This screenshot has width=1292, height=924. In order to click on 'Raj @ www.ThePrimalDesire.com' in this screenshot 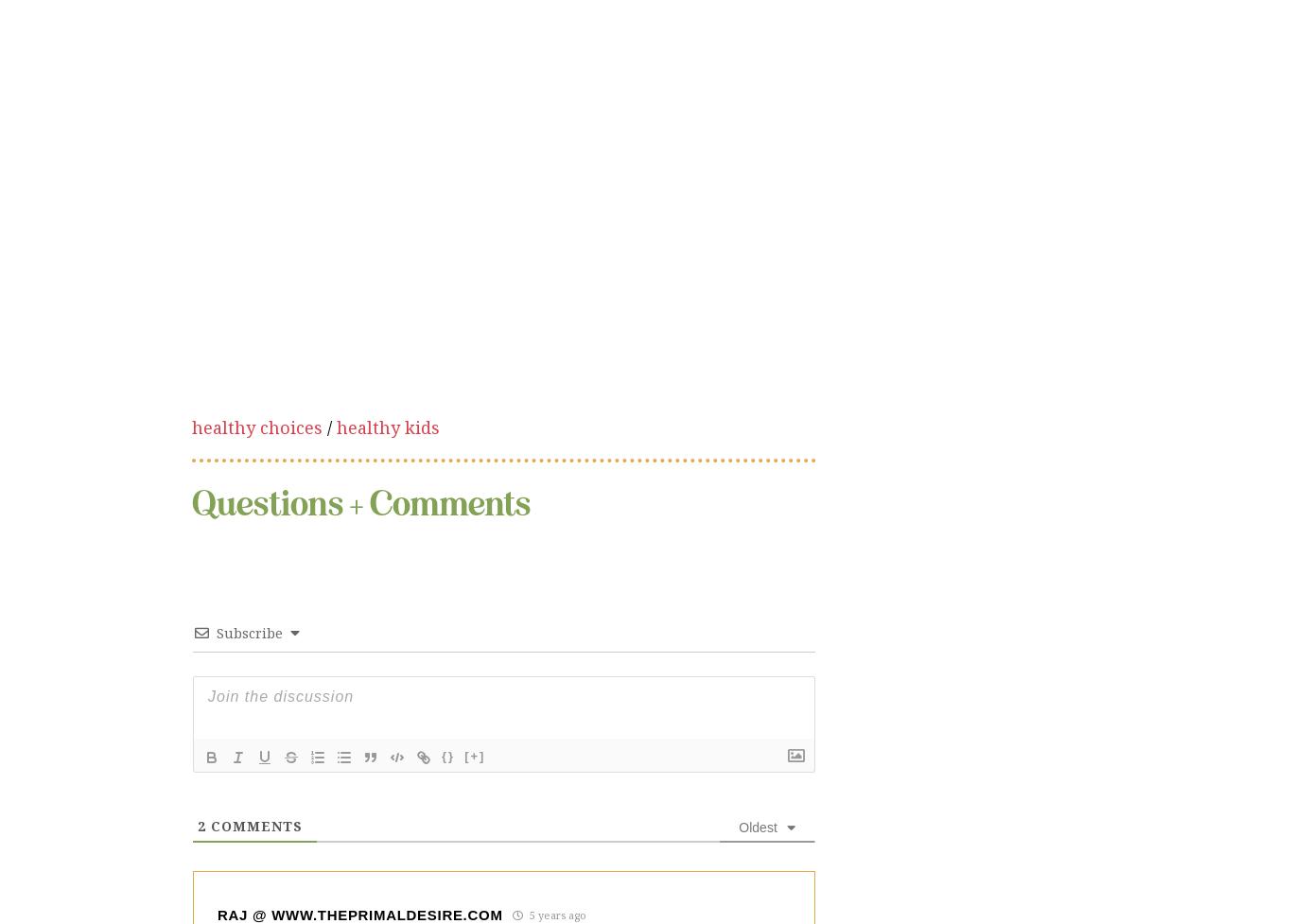, I will do `click(358, 758)`.